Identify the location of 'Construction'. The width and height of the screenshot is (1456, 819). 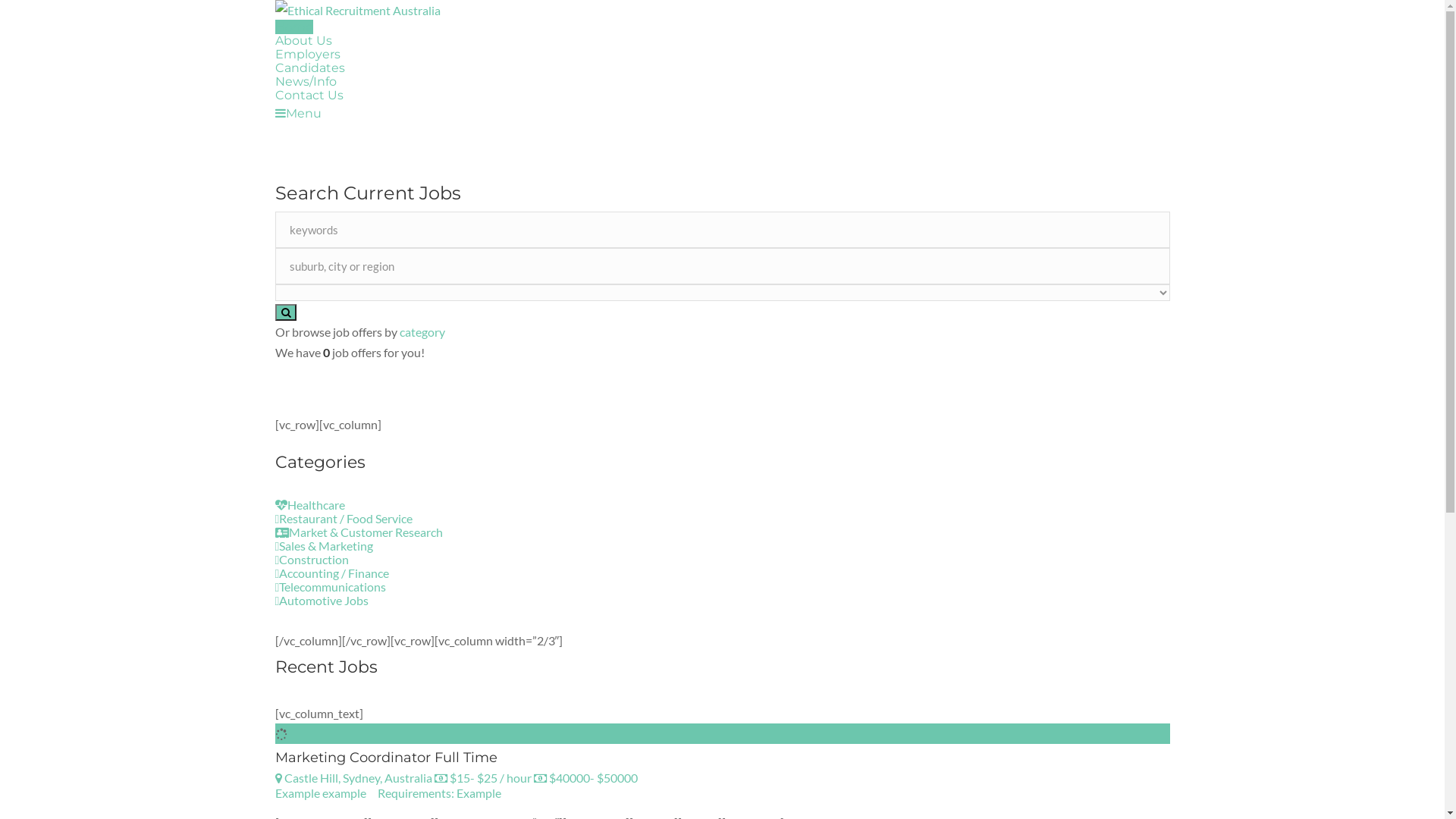
(311, 559).